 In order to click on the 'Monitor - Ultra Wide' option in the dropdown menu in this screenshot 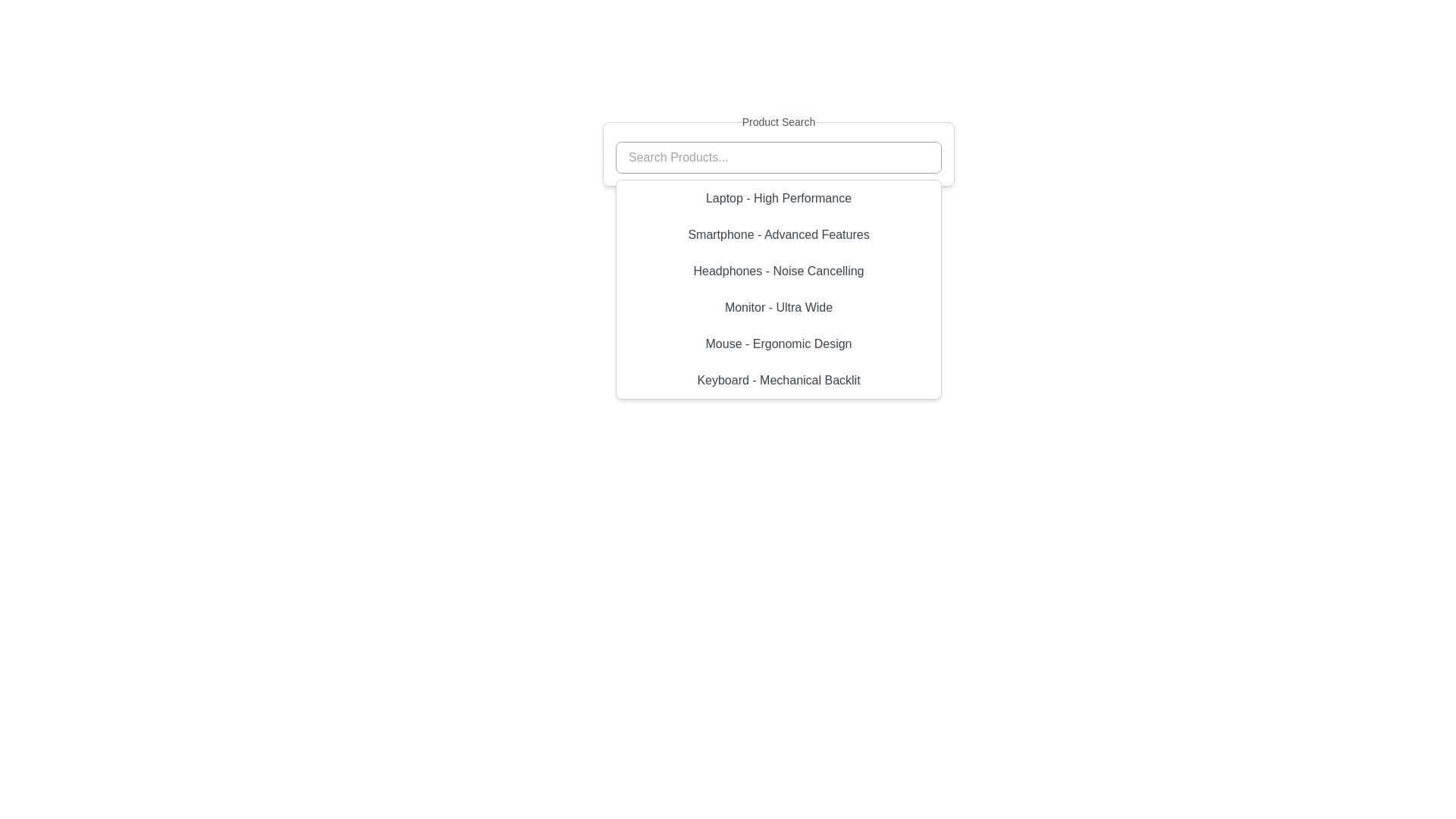, I will do `click(779, 307)`.